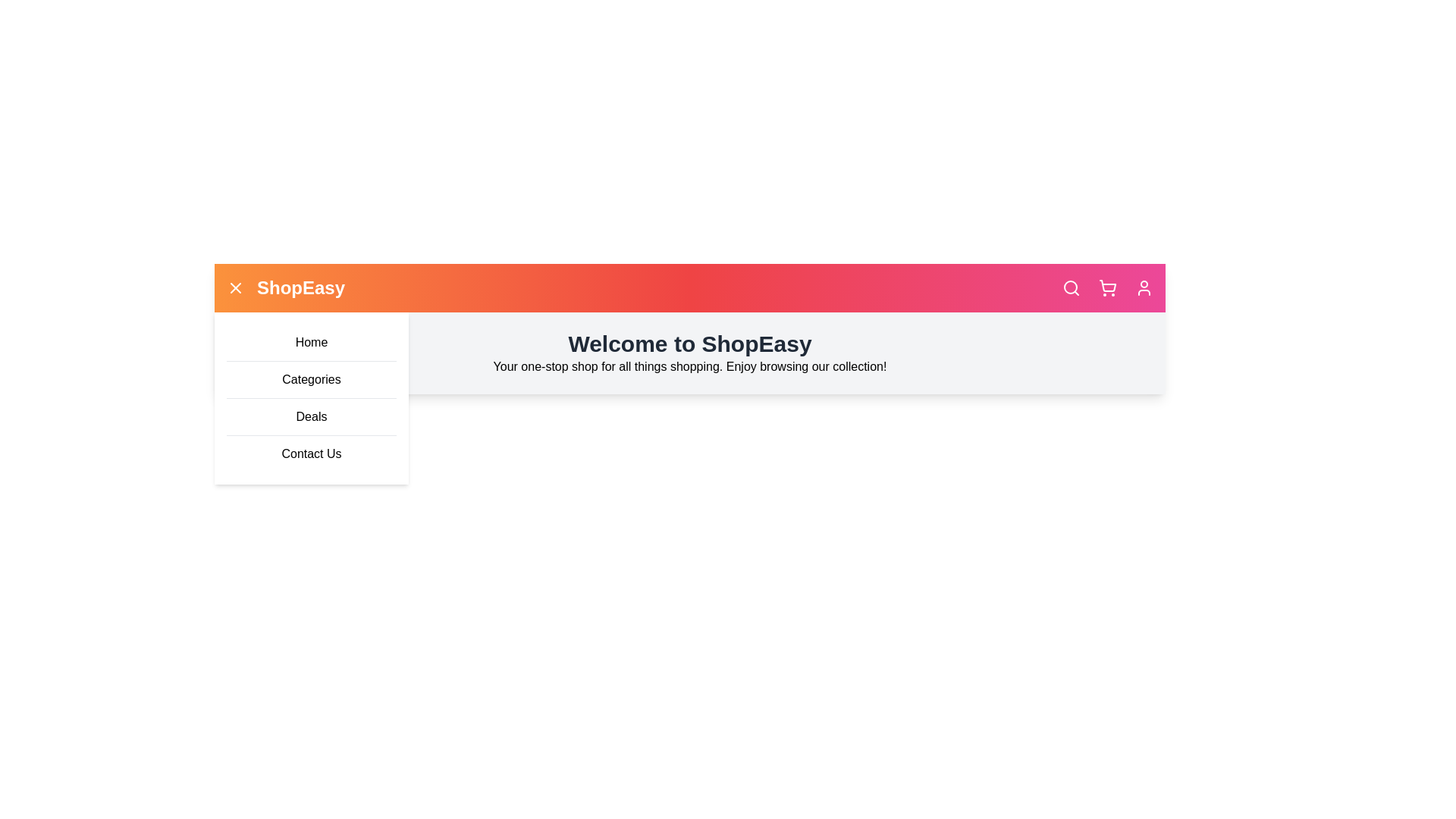 Image resolution: width=1456 pixels, height=819 pixels. I want to click on the second item in the vertical navigation menu located directly below 'Home' and above 'Deals', so click(311, 397).